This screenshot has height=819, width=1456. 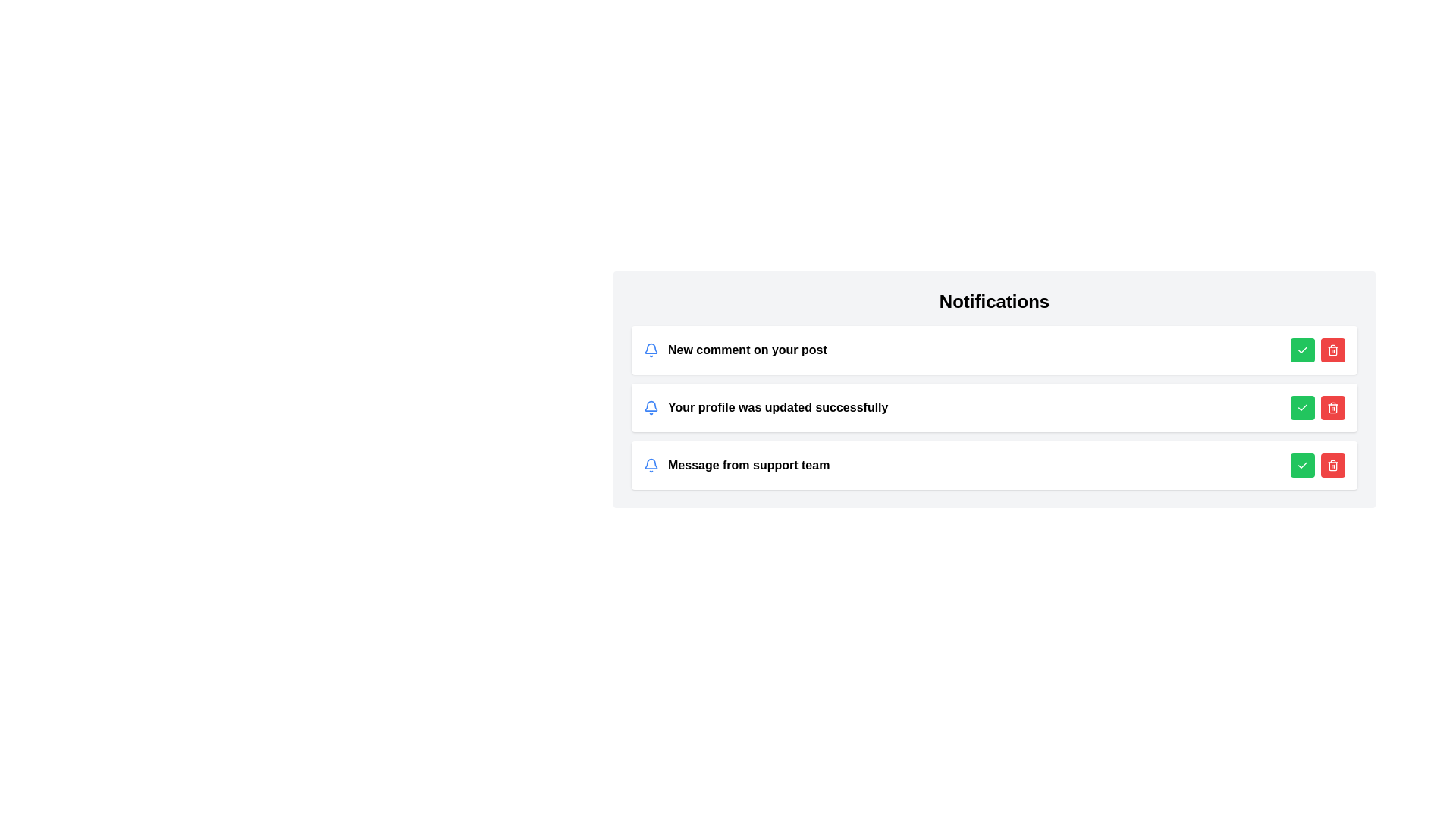 I want to click on the delete button for the notification with text Message from support team, so click(x=1332, y=464).